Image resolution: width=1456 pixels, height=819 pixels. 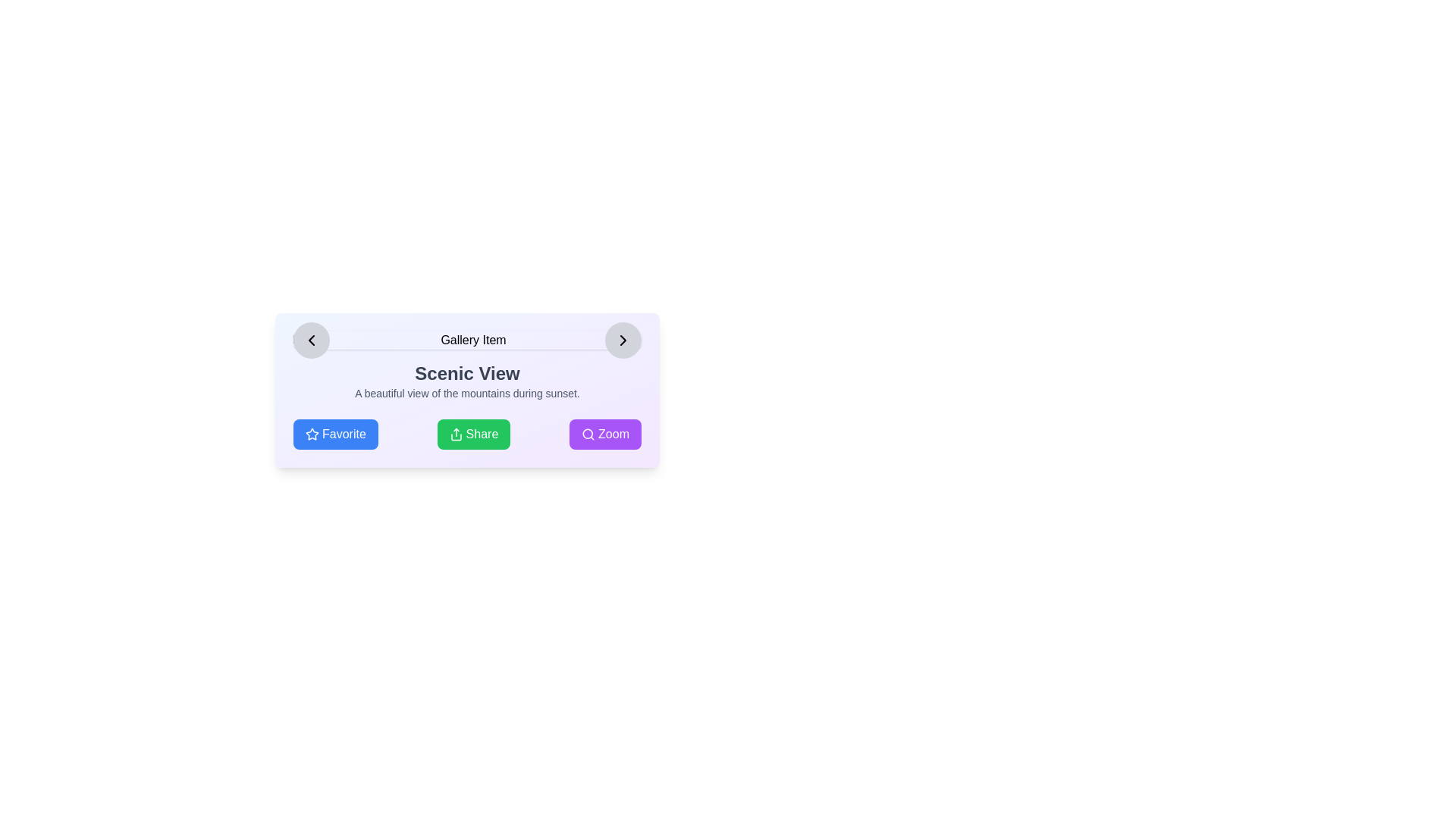 What do you see at coordinates (588, 435) in the screenshot?
I see `the purple 'Zoom' icon located on the leftmost side of the 'Zoom' button below the 'Scenic View' text` at bounding box center [588, 435].